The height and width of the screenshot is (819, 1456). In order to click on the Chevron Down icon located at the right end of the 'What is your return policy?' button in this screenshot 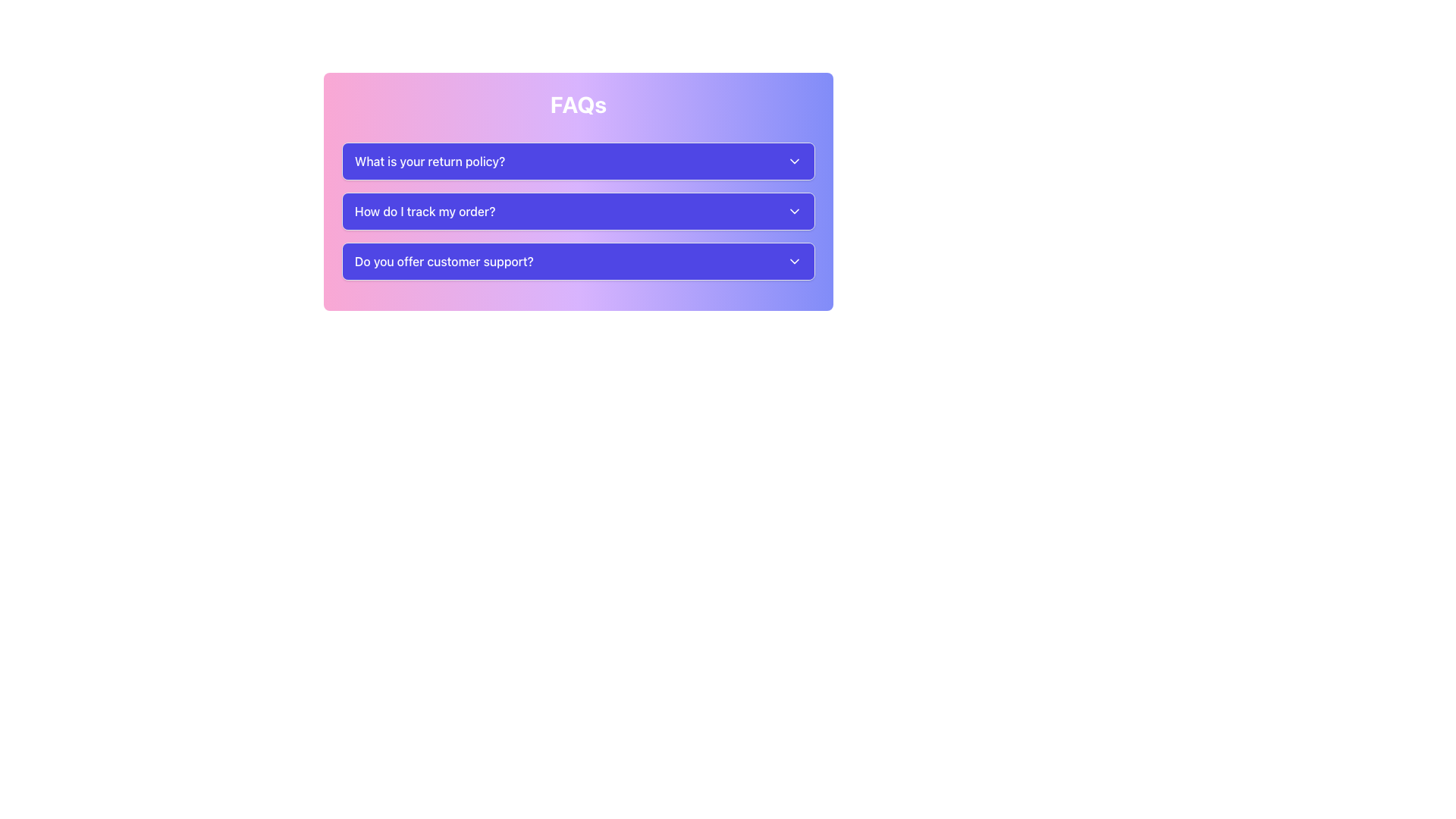, I will do `click(793, 161)`.